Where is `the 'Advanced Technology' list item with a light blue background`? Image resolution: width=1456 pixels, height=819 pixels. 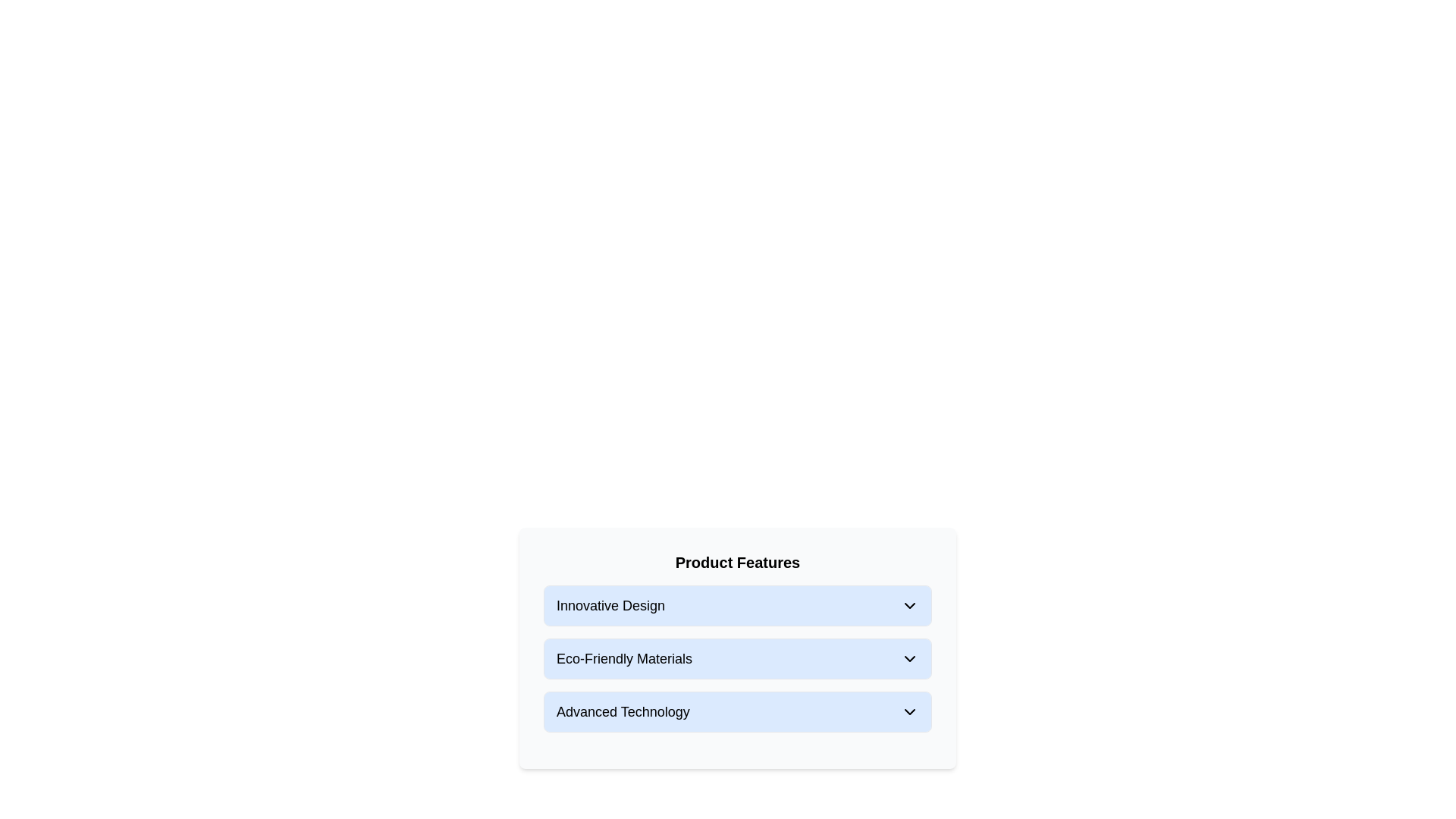 the 'Advanced Technology' list item with a light blue background is located at coordinates (738, 711).